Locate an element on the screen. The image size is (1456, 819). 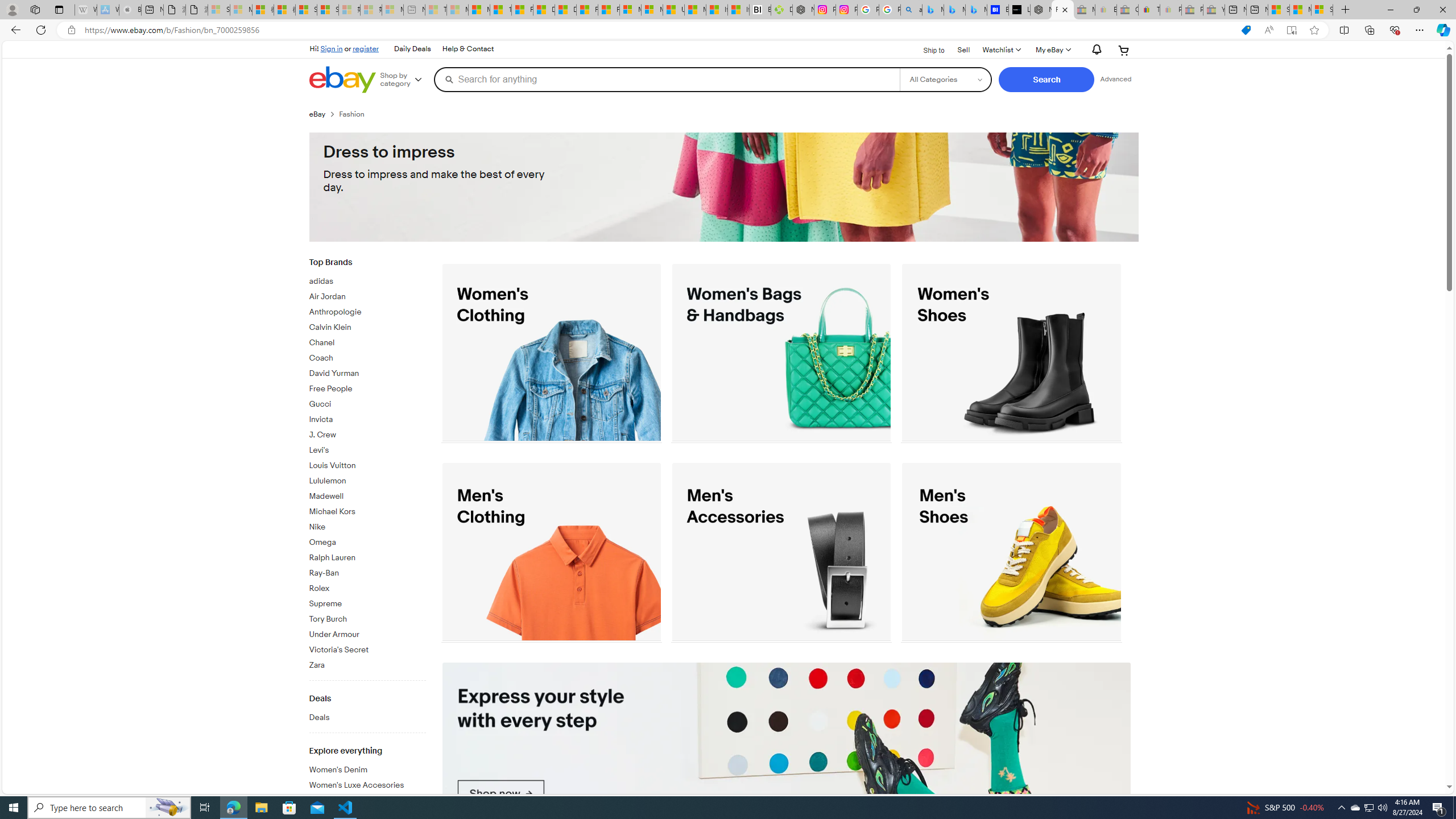
'Coach' is located at coordinates (367, 358).